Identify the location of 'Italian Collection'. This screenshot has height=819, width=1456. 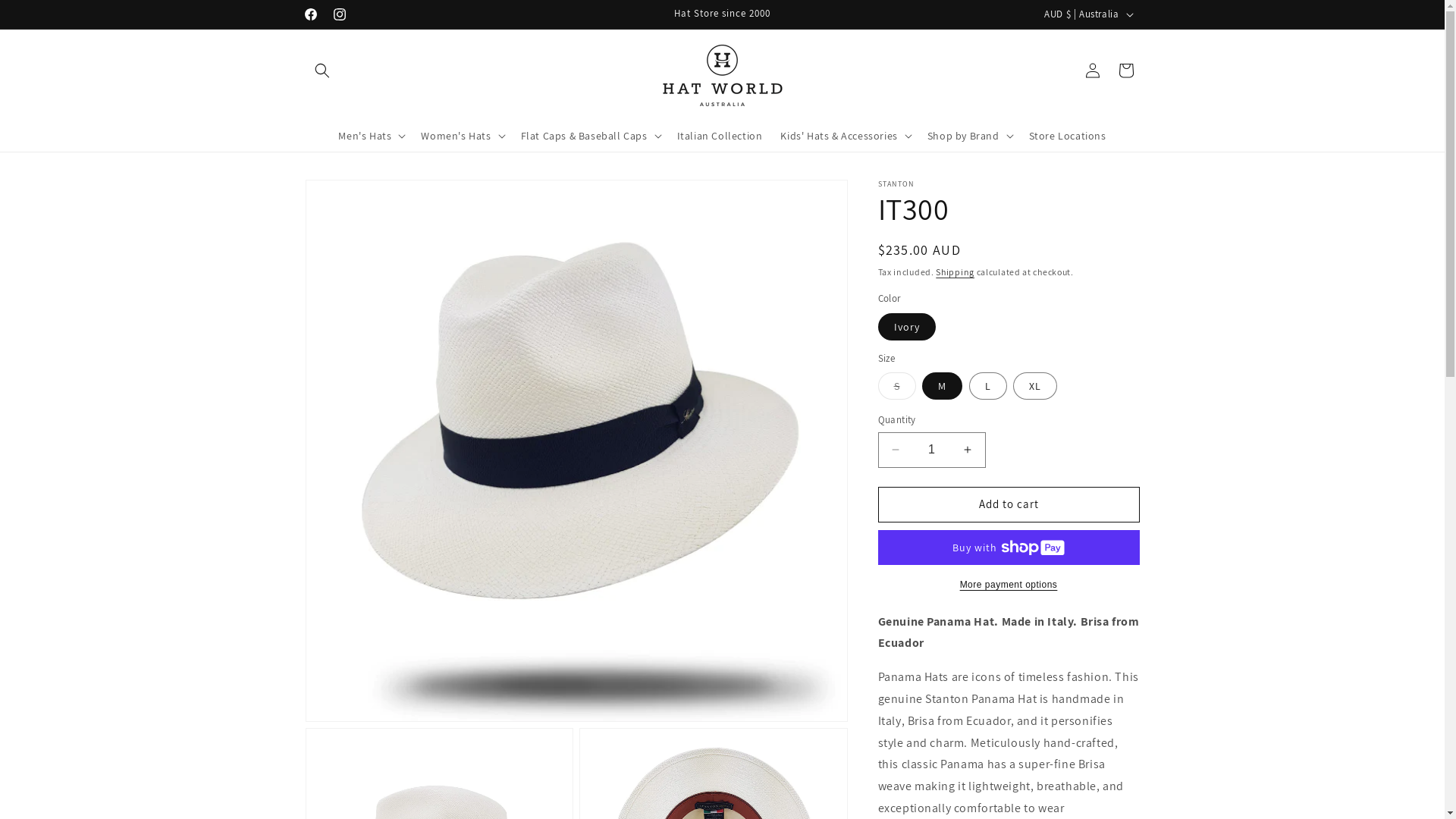
(719, 134).